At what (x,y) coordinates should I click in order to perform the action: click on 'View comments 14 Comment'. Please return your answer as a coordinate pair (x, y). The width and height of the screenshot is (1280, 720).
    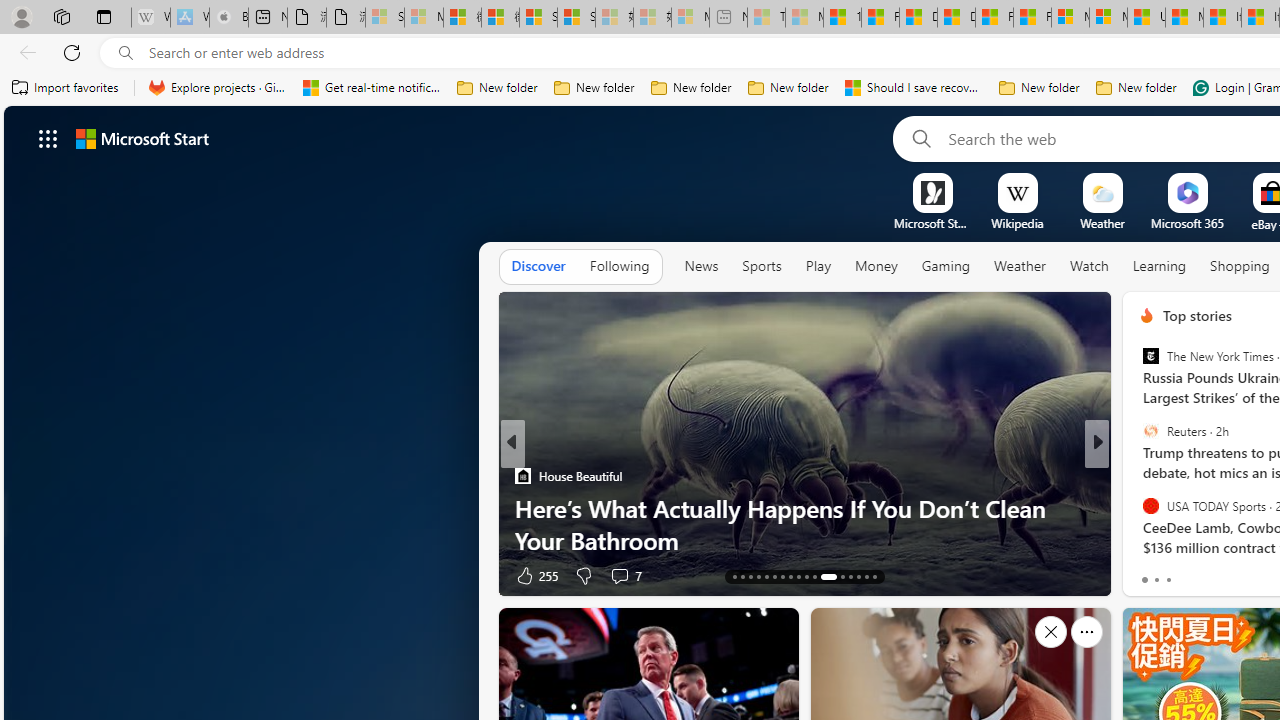
    Looking at the image, I should click on (11, 575).